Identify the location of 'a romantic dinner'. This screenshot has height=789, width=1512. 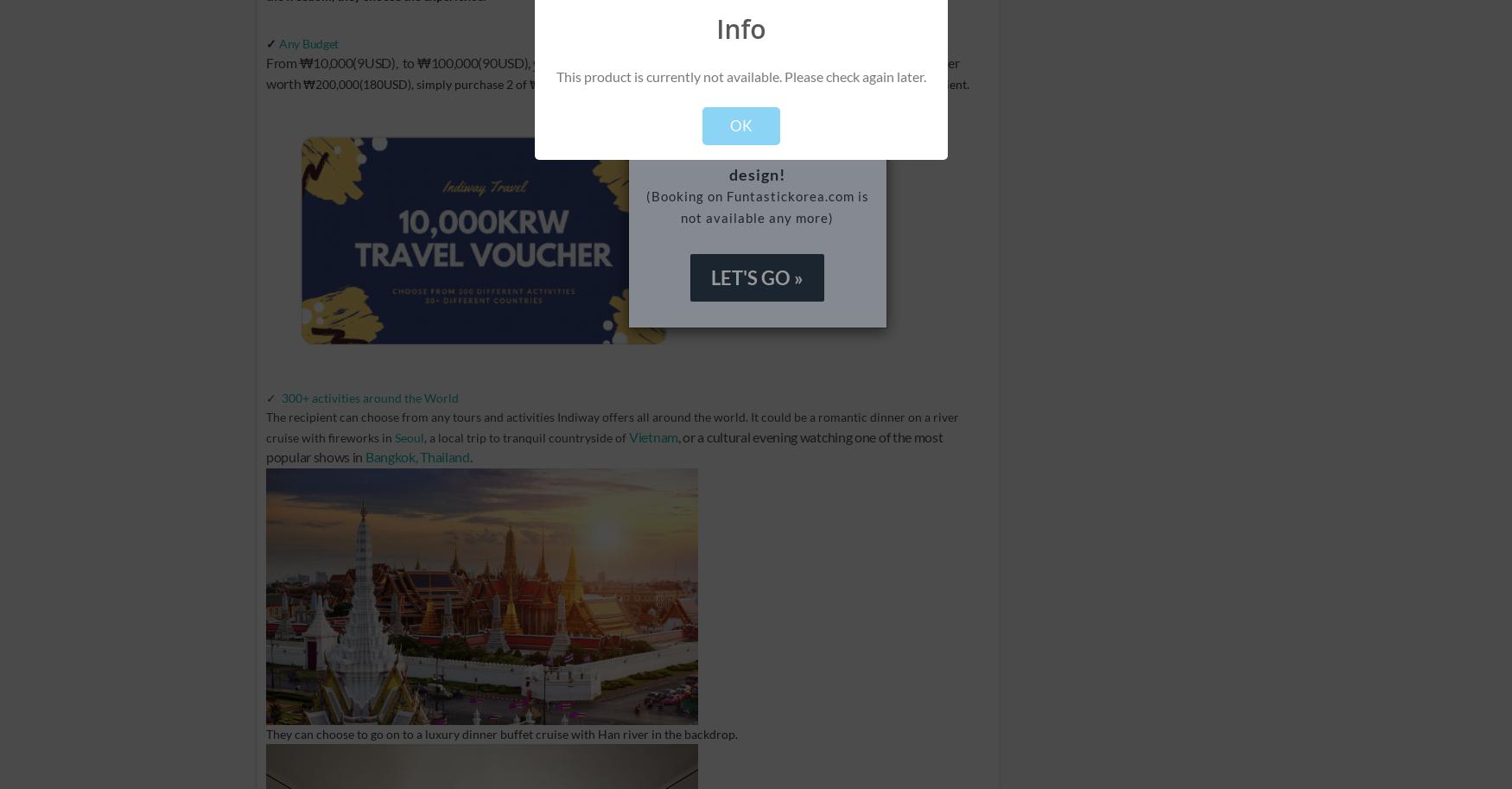
(857, 416).